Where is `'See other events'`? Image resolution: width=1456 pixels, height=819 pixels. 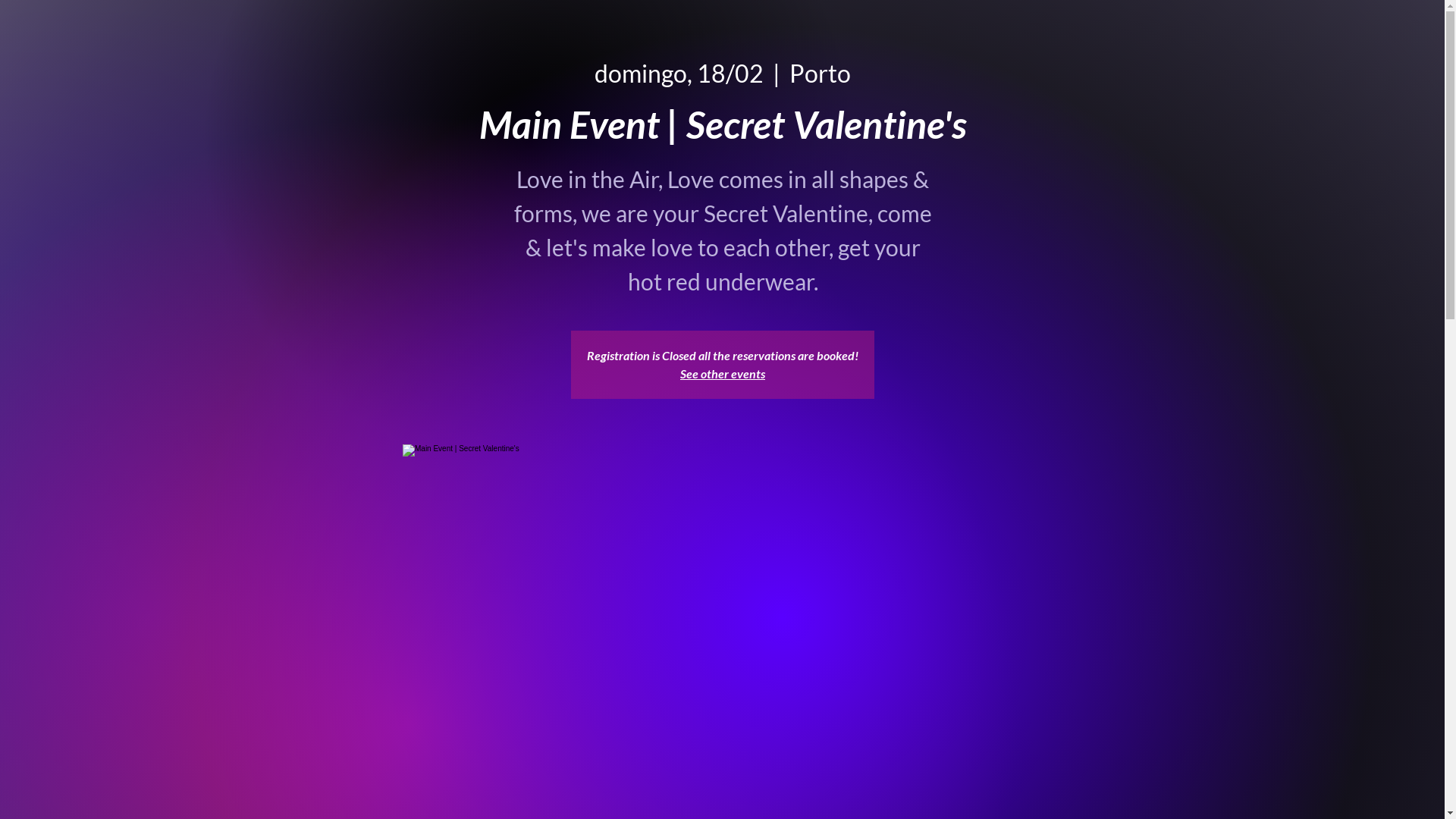
'See other events' is located at coordinates (722, 373).